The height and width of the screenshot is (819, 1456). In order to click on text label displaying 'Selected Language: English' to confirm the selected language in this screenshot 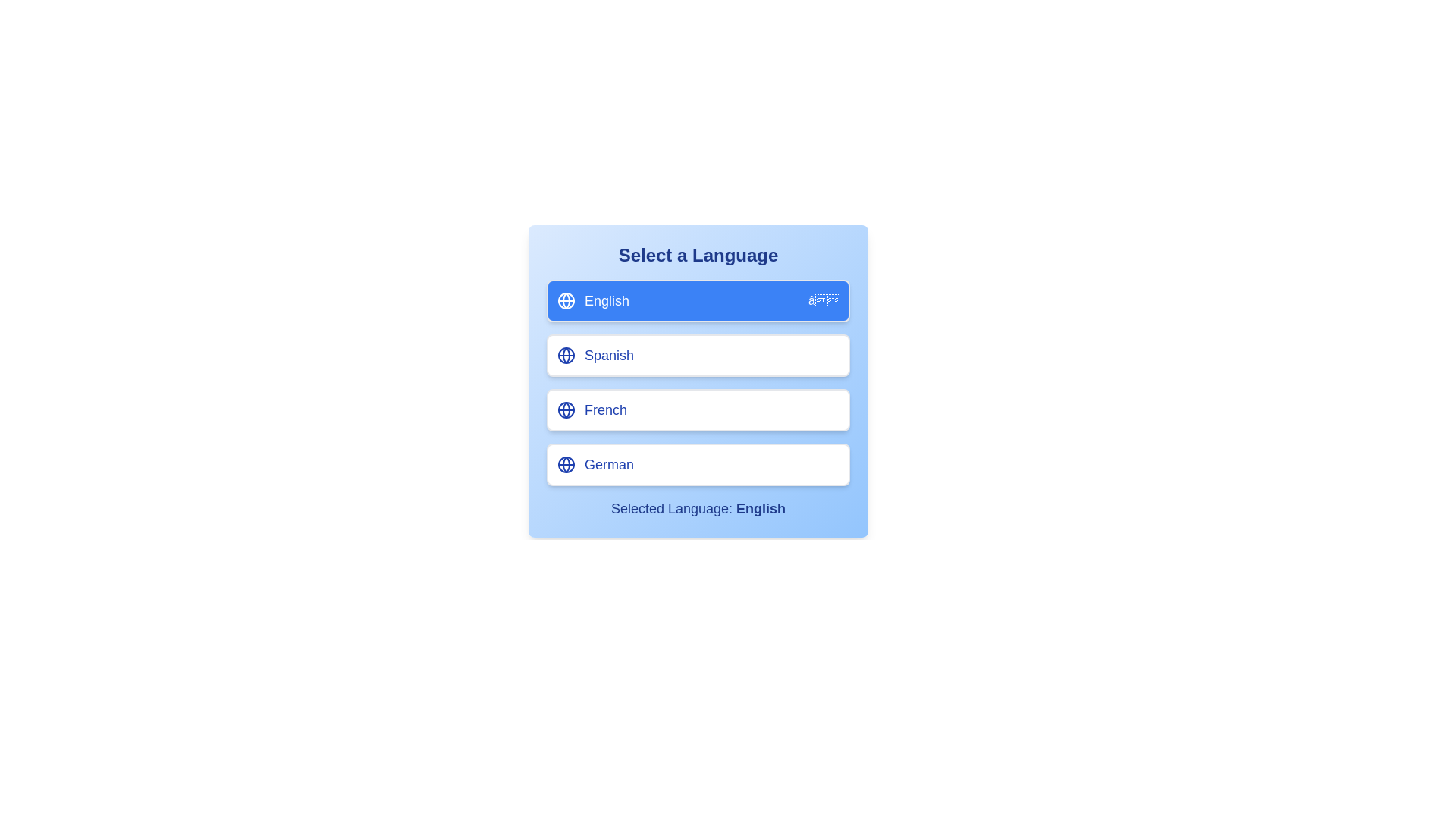, I will do `click(698, 509)`.